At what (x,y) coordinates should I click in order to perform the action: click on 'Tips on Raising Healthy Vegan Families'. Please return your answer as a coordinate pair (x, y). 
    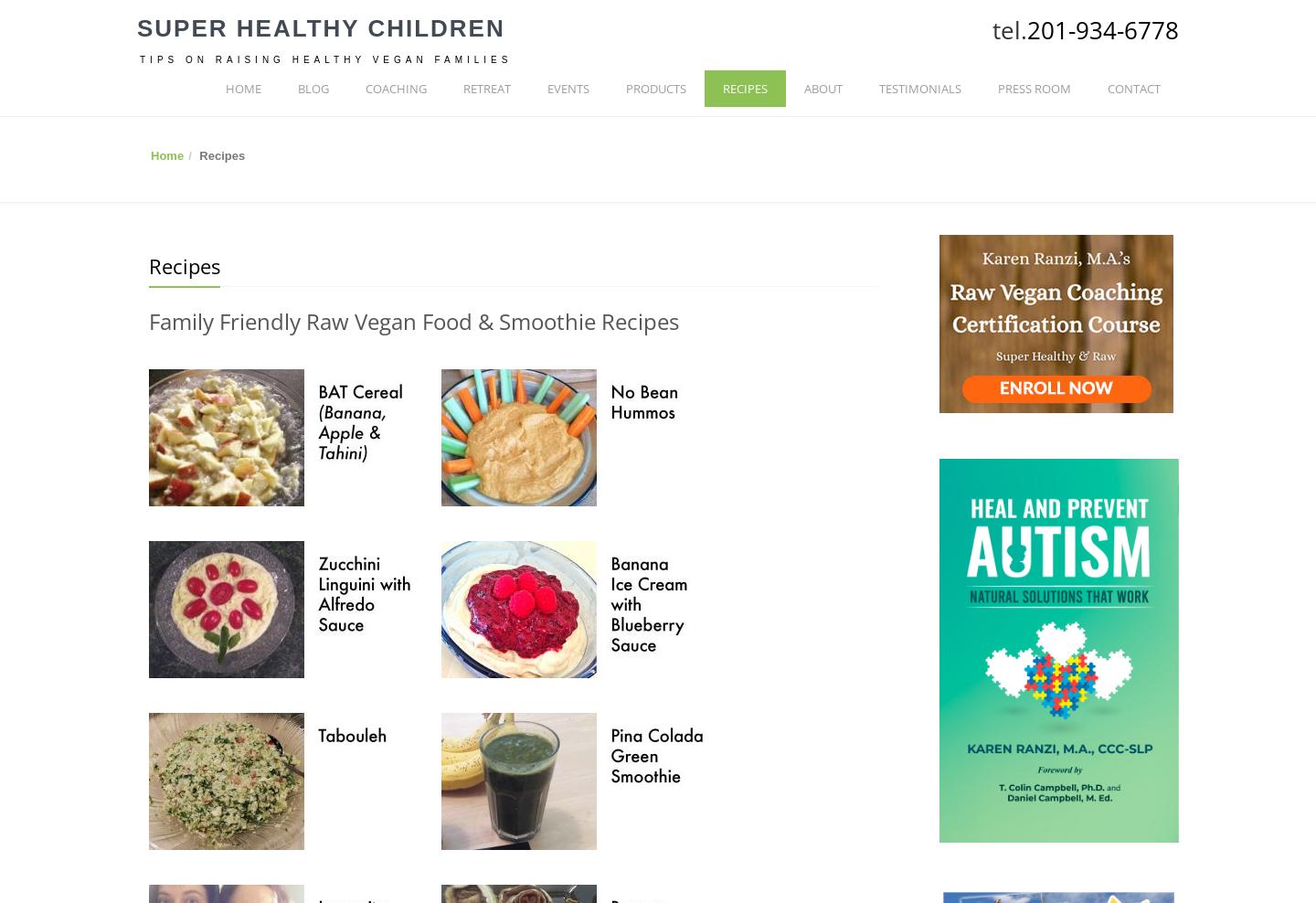
    Looking at the image, I should click on (138, 59).